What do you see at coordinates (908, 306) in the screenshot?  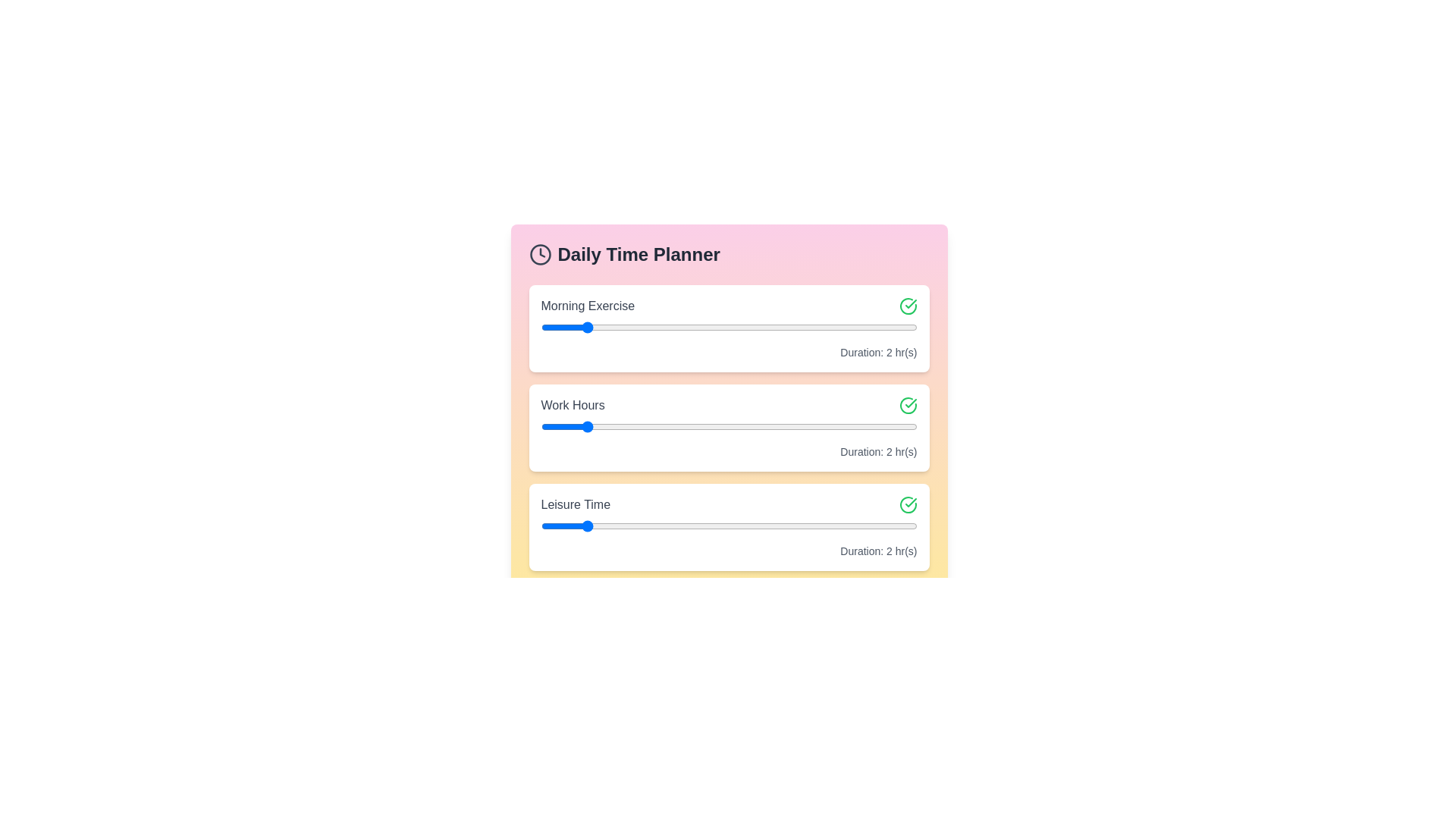 I see `the checkmark icon next to the task 'Morning Exercise'` at bounding box center [908, 306].